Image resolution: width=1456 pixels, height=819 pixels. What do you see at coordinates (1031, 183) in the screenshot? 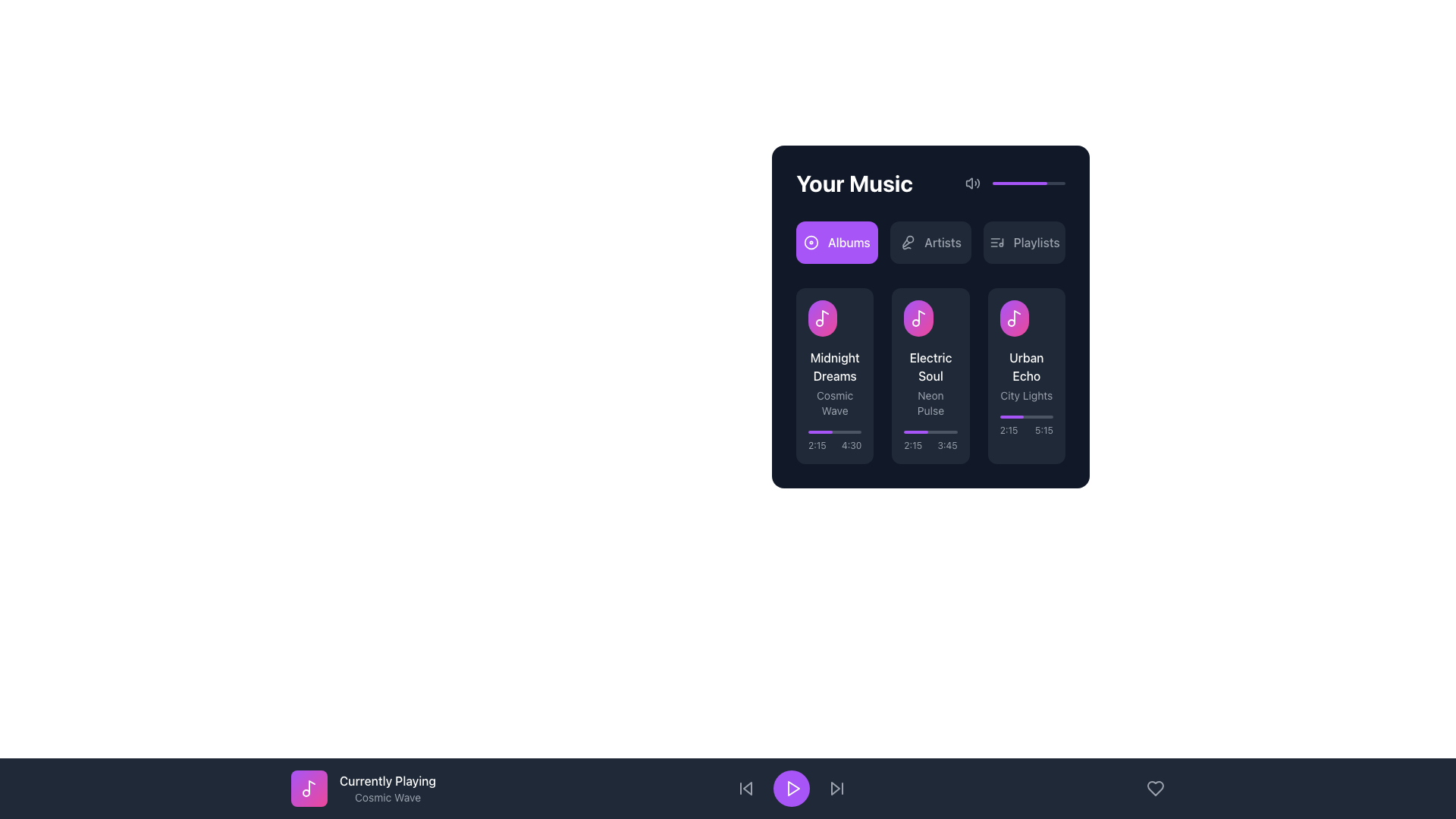
I see `the volume slider` at bounding box center [1031, 183].